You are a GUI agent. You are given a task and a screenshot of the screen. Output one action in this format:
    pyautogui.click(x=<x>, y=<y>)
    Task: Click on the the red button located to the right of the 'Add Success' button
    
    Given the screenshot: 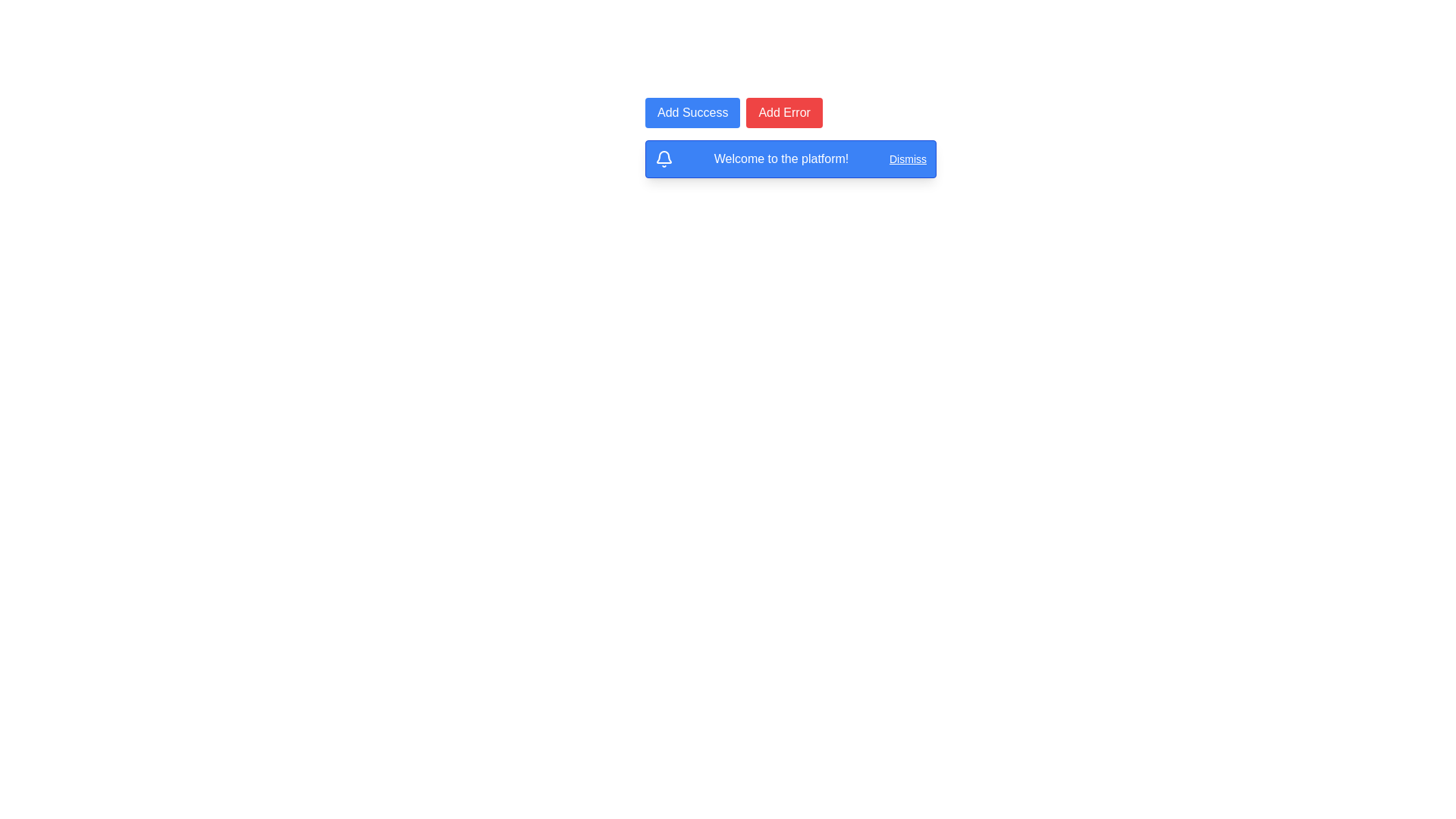 What is the action you would take?
    pyautogui.click(x=784, y=112)
    